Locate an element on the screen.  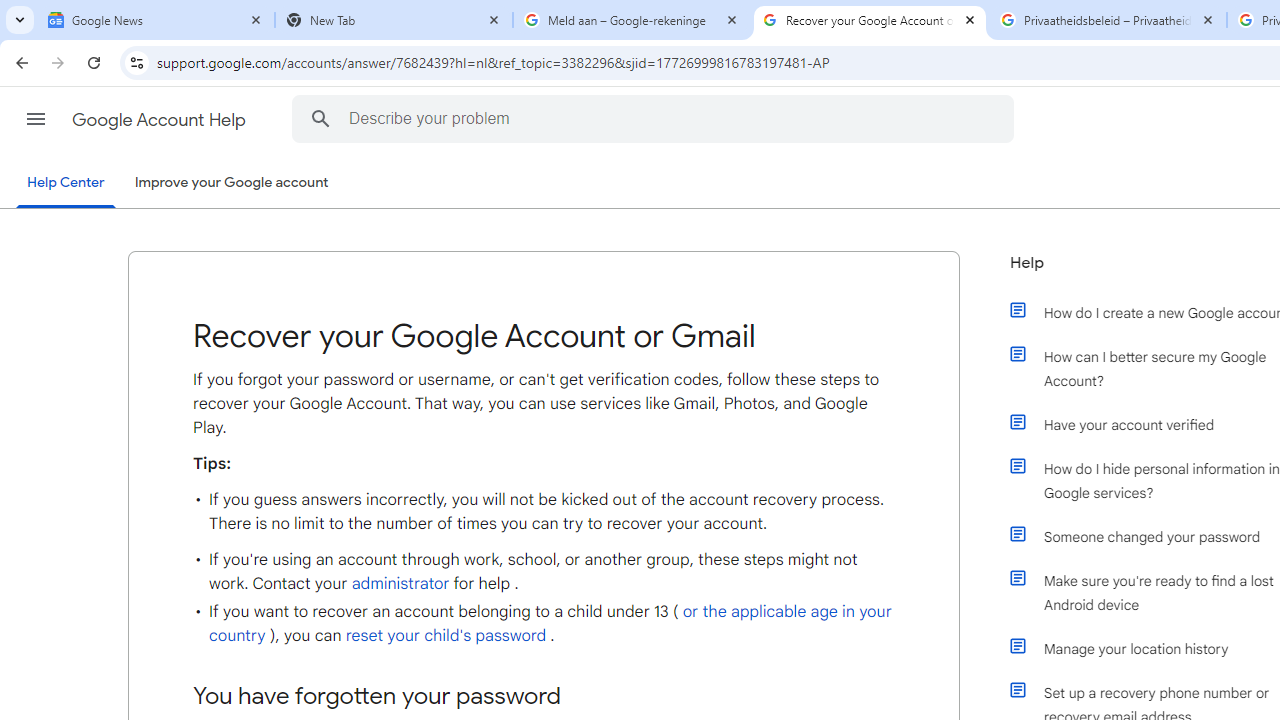
'New Tab' is located at coordinates (394, 20).